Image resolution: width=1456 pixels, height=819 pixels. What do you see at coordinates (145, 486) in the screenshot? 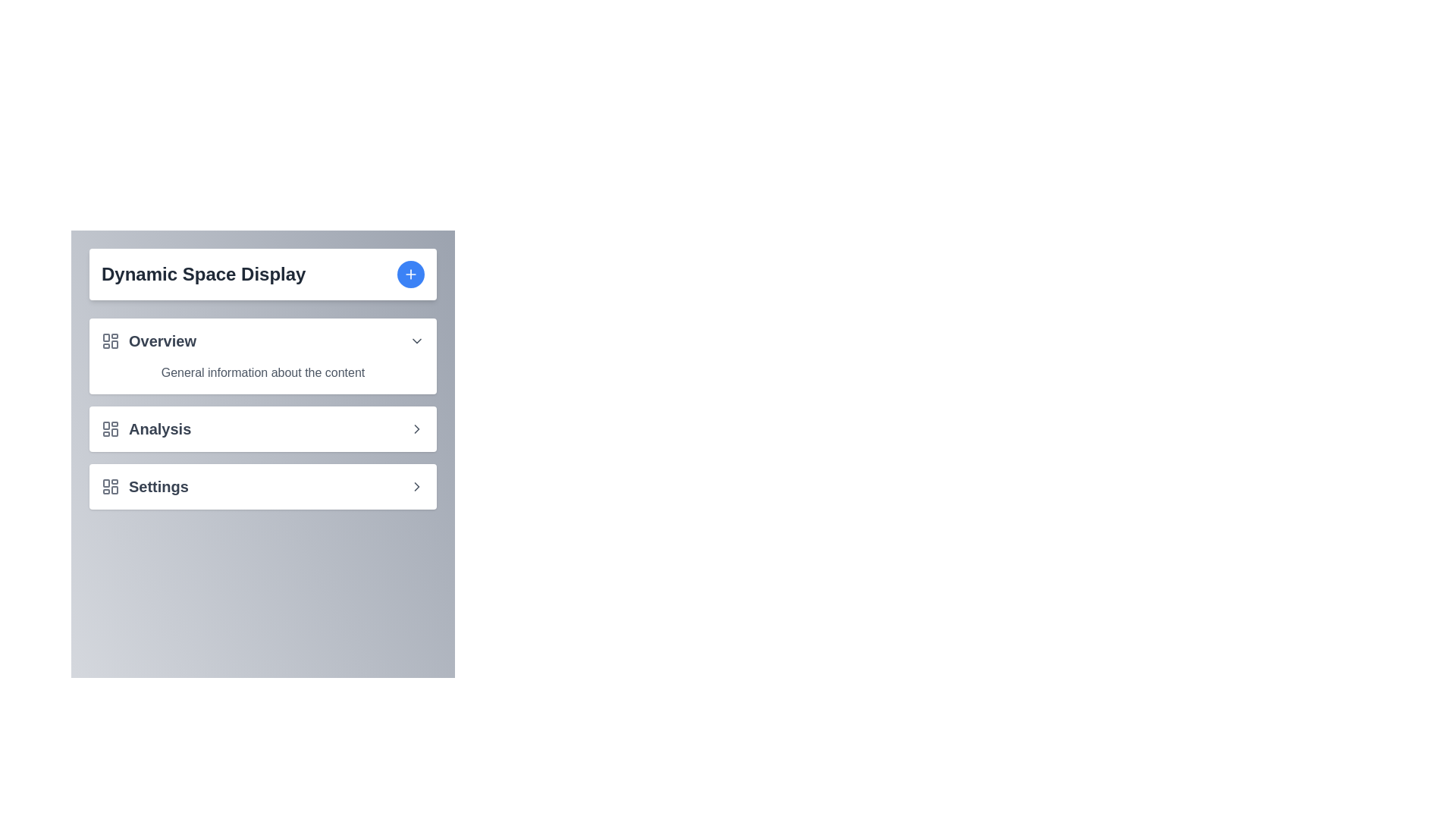
I see `the third item` at bounding box center [145, 486].